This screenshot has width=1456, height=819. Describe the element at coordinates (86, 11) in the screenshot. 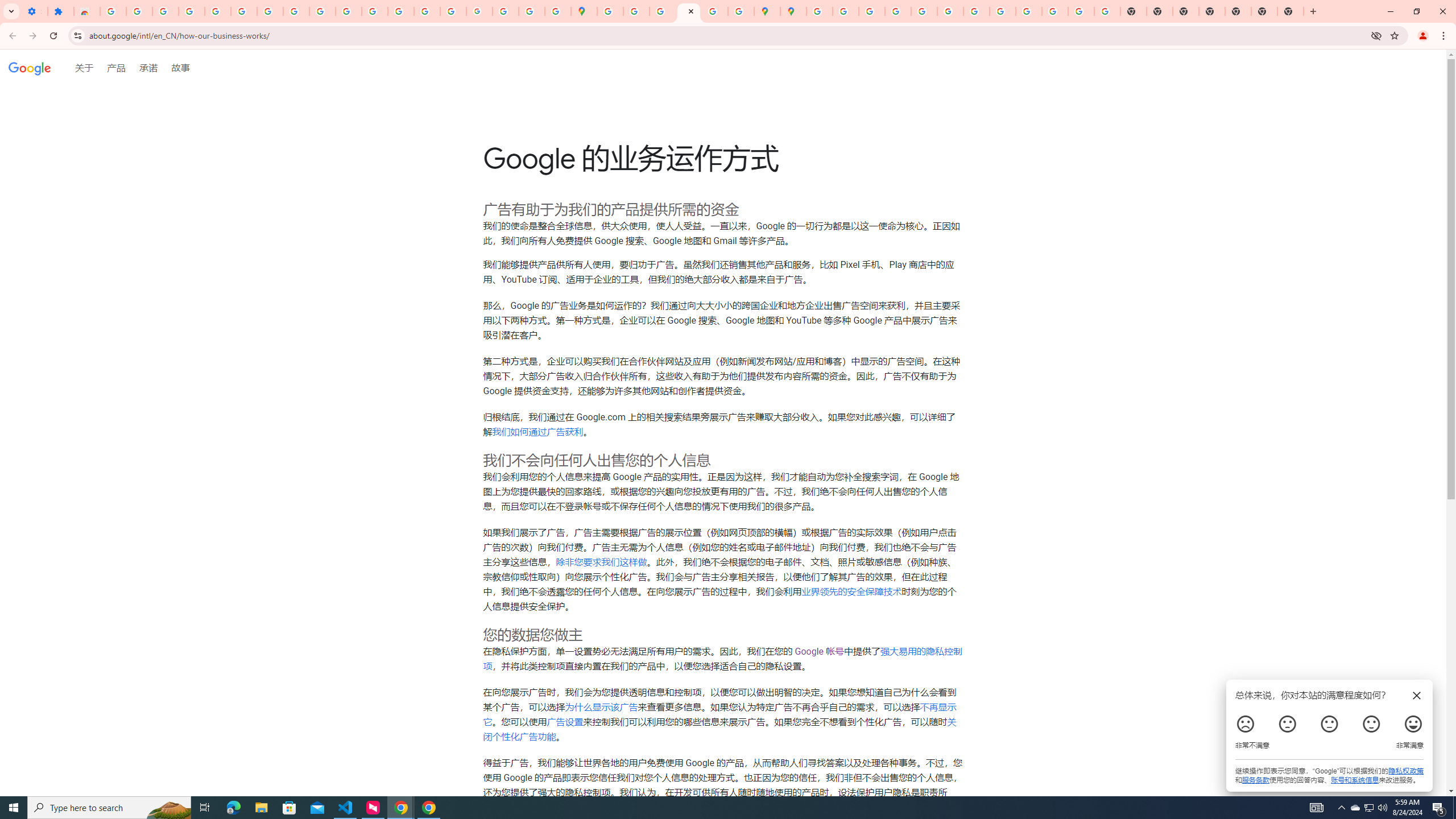

I see `'Reviews: Helix Fruit Jump Arcade Game'` at that location.